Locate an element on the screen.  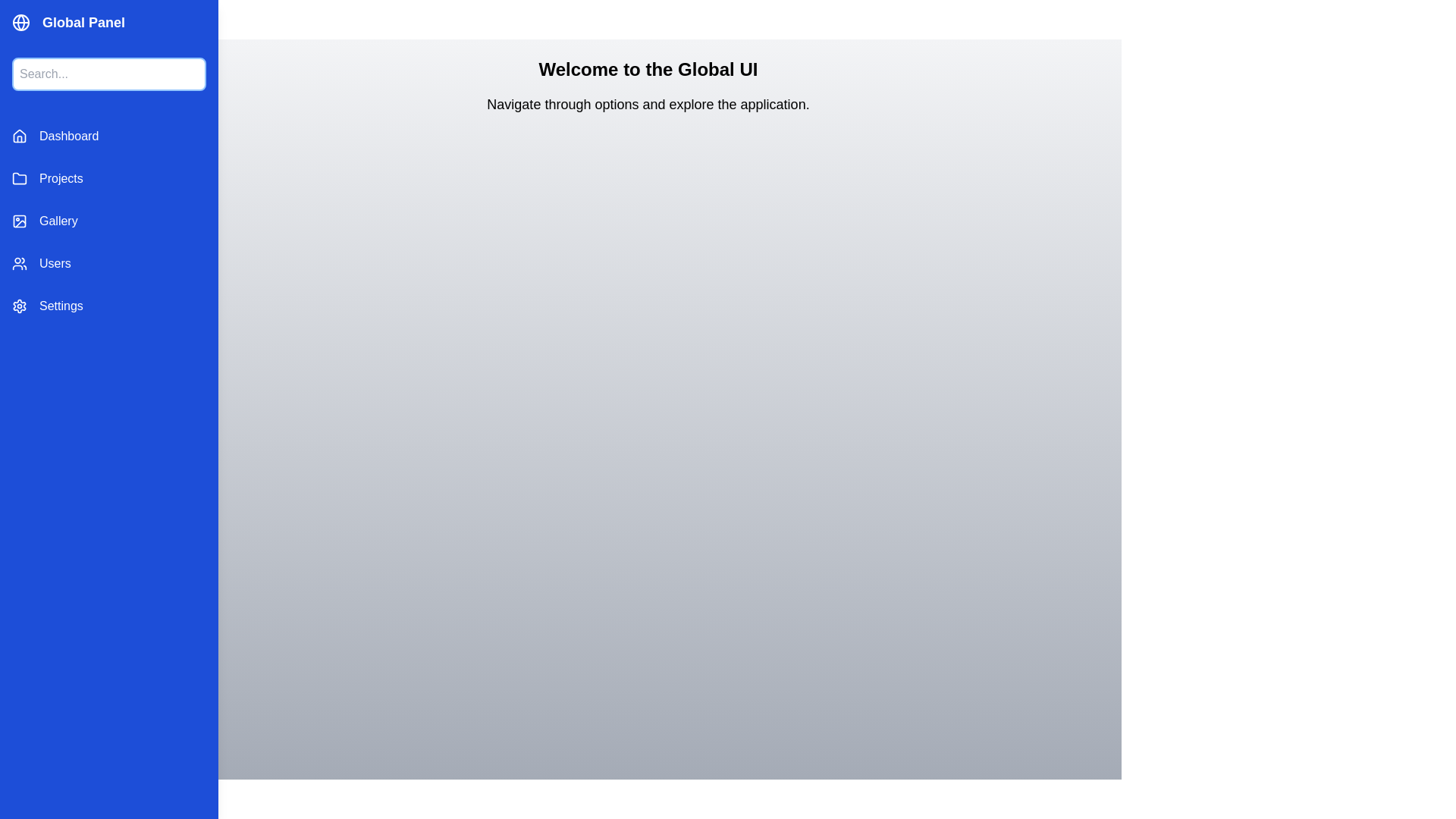
the navigation item labeled Settings to switch to its corresponding view is located at coordinates (108, 306).